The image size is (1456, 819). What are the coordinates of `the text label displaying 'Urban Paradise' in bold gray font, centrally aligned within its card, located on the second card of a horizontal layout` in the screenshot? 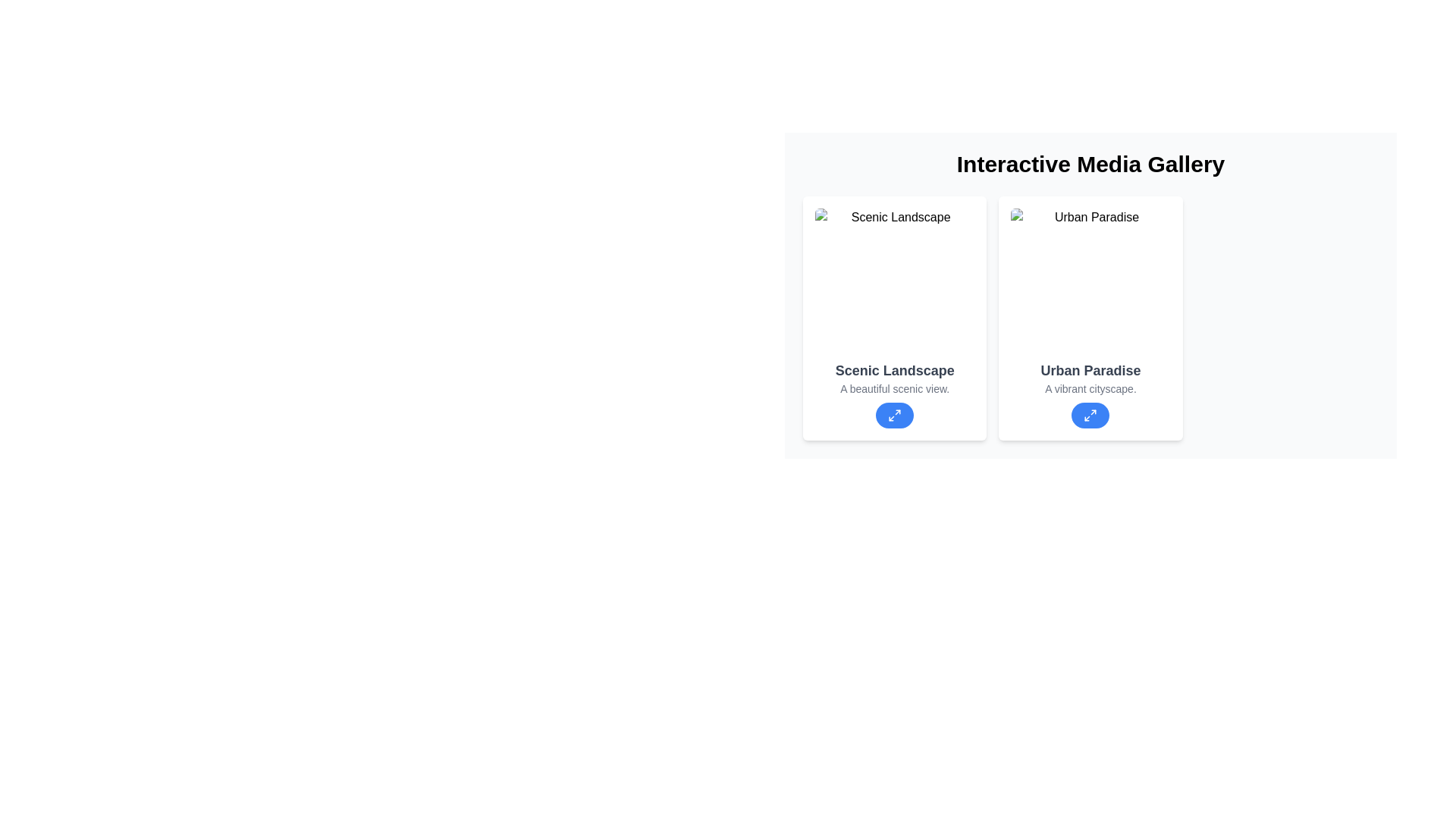 It's located at (1090, 371).